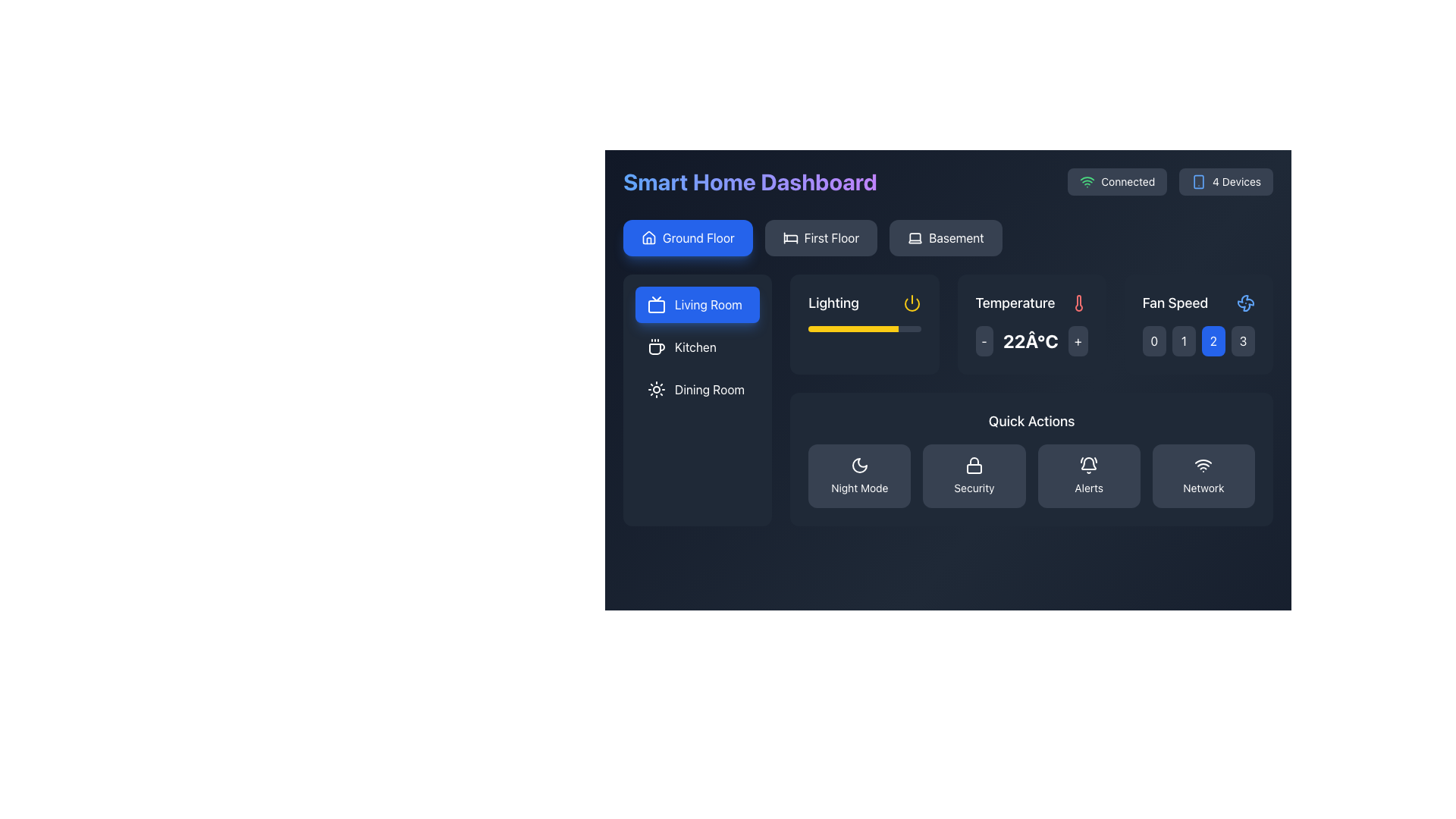 This screenshot has height=819, width=1456. I want to click on the 'Basement' button icon, so click(915, 237).